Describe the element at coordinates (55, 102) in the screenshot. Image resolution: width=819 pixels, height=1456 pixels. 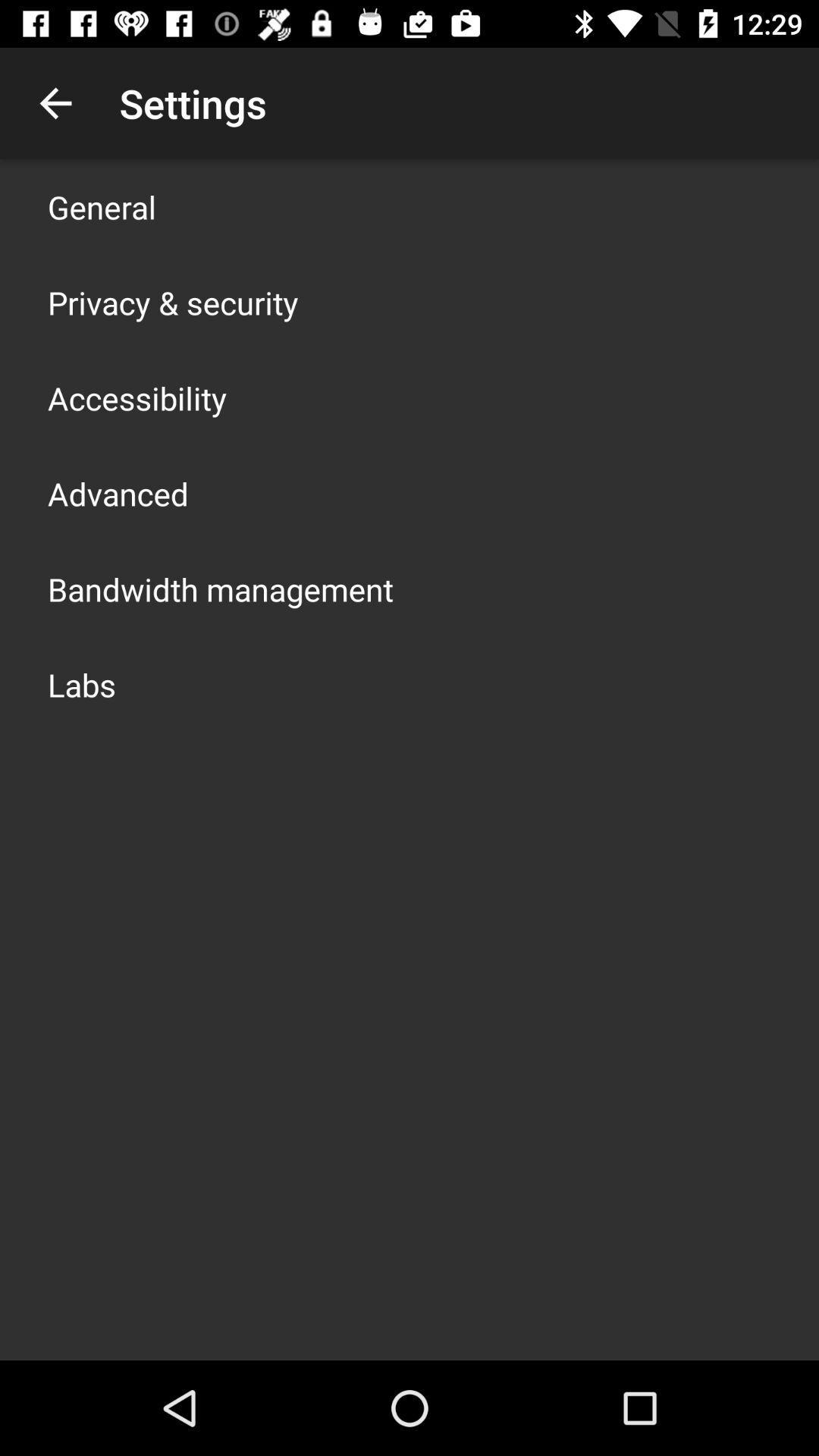
I see `the item next to the settings icon` at that location.